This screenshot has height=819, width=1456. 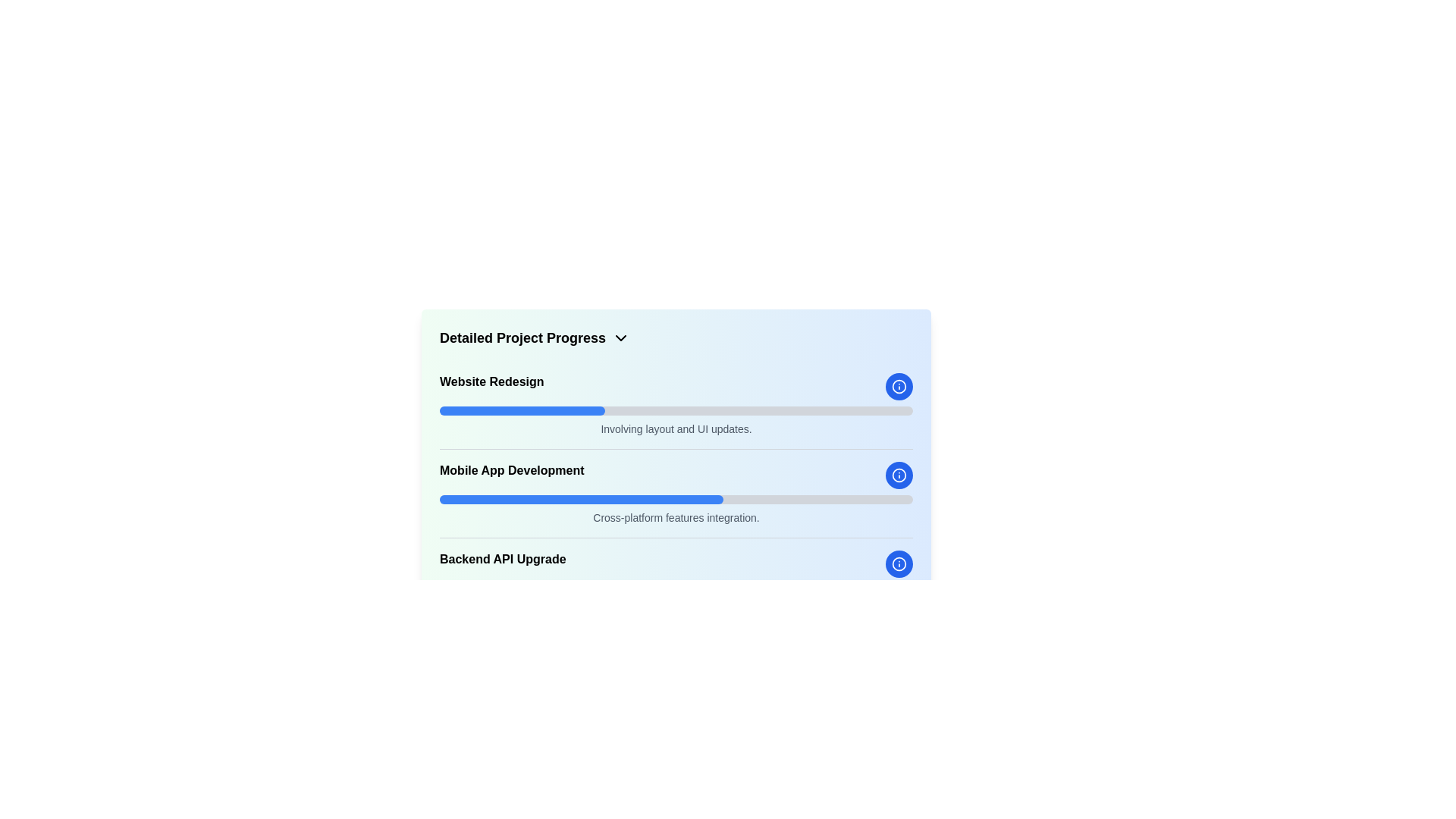 I want to click on the circular information icon with a blue background and white 'i' symbol, positioned to the right of the progress bars, next to the 'Backend API Upgrade' task, to interact via keyboard navigation, so click(x=899, y=564).